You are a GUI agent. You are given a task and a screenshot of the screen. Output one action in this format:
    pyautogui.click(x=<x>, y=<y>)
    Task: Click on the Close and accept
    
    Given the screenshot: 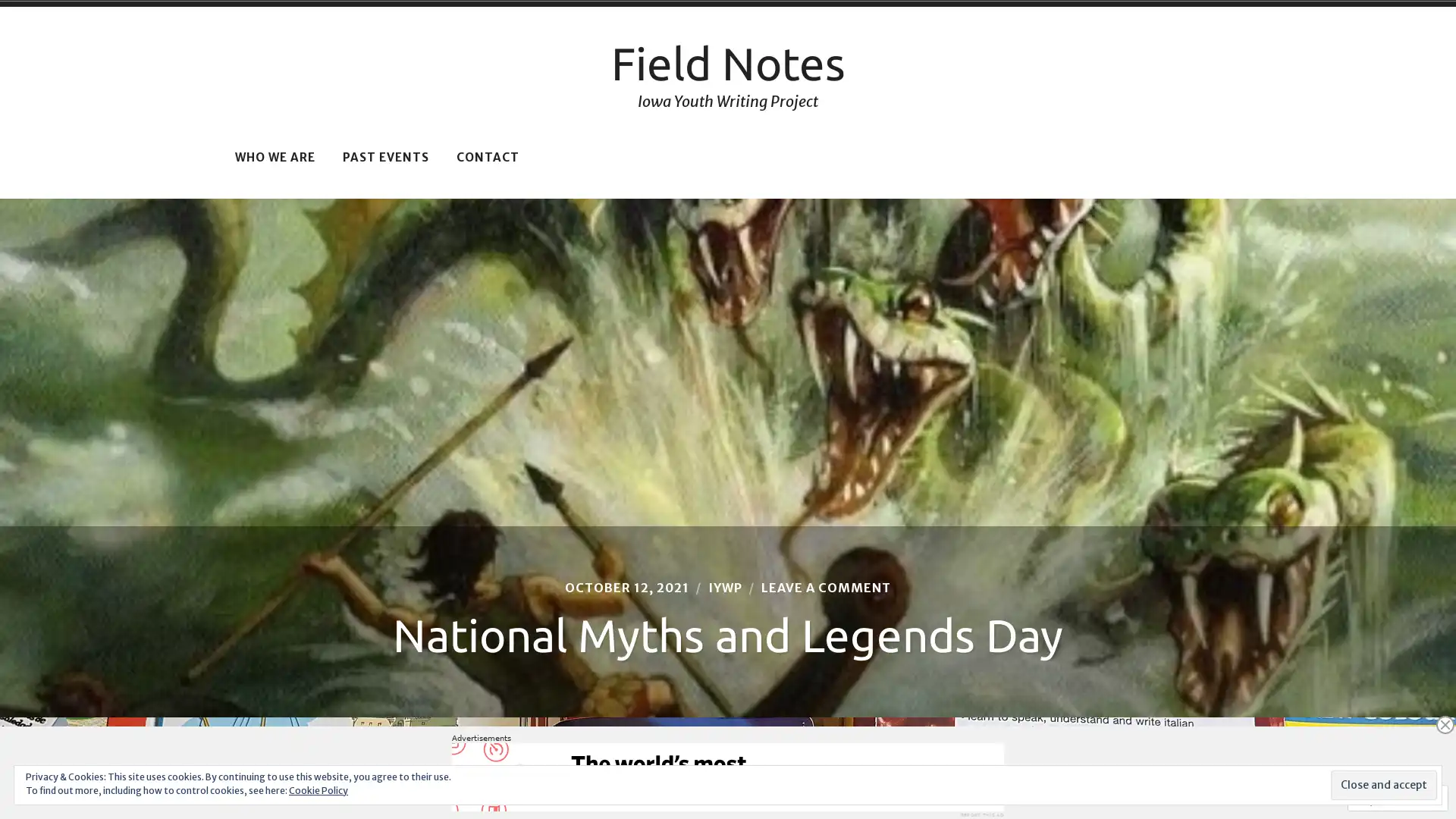 What is the action you would take?
    pyautogui.click(x=1383, y=785)
    